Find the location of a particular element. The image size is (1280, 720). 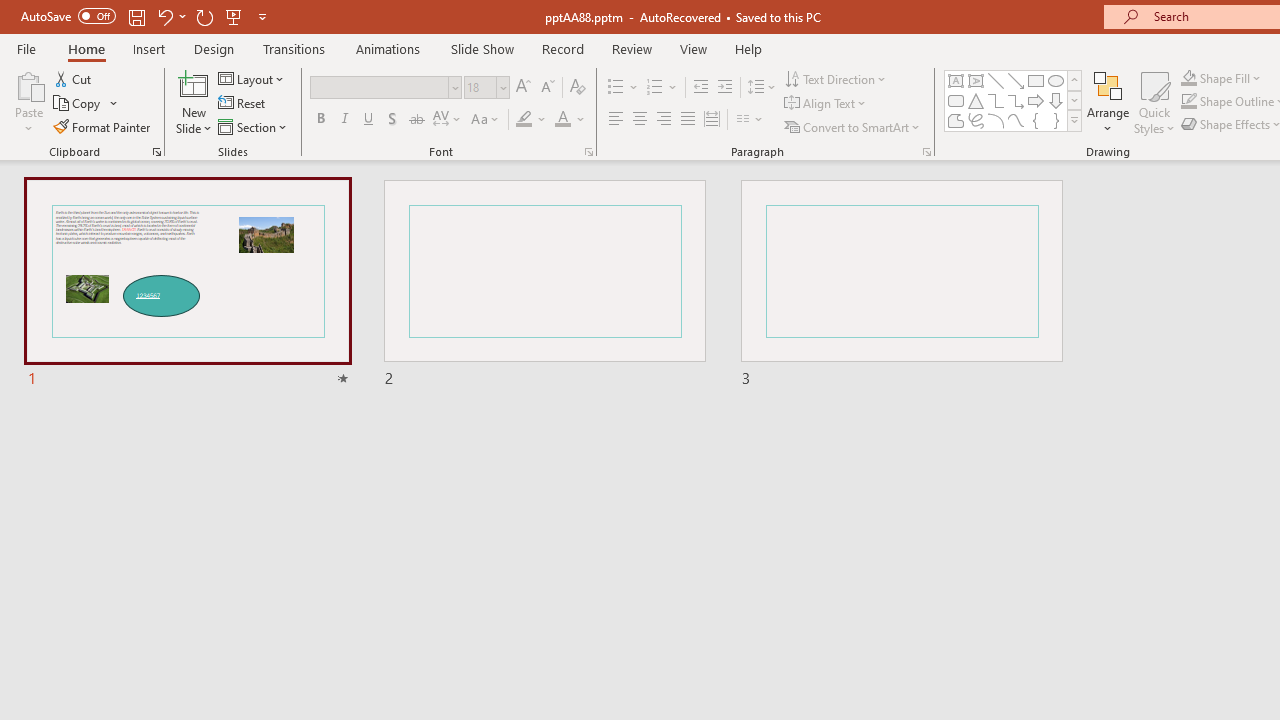

'Connector: Elbow Arrow' is located at coordinates (1016, 100).